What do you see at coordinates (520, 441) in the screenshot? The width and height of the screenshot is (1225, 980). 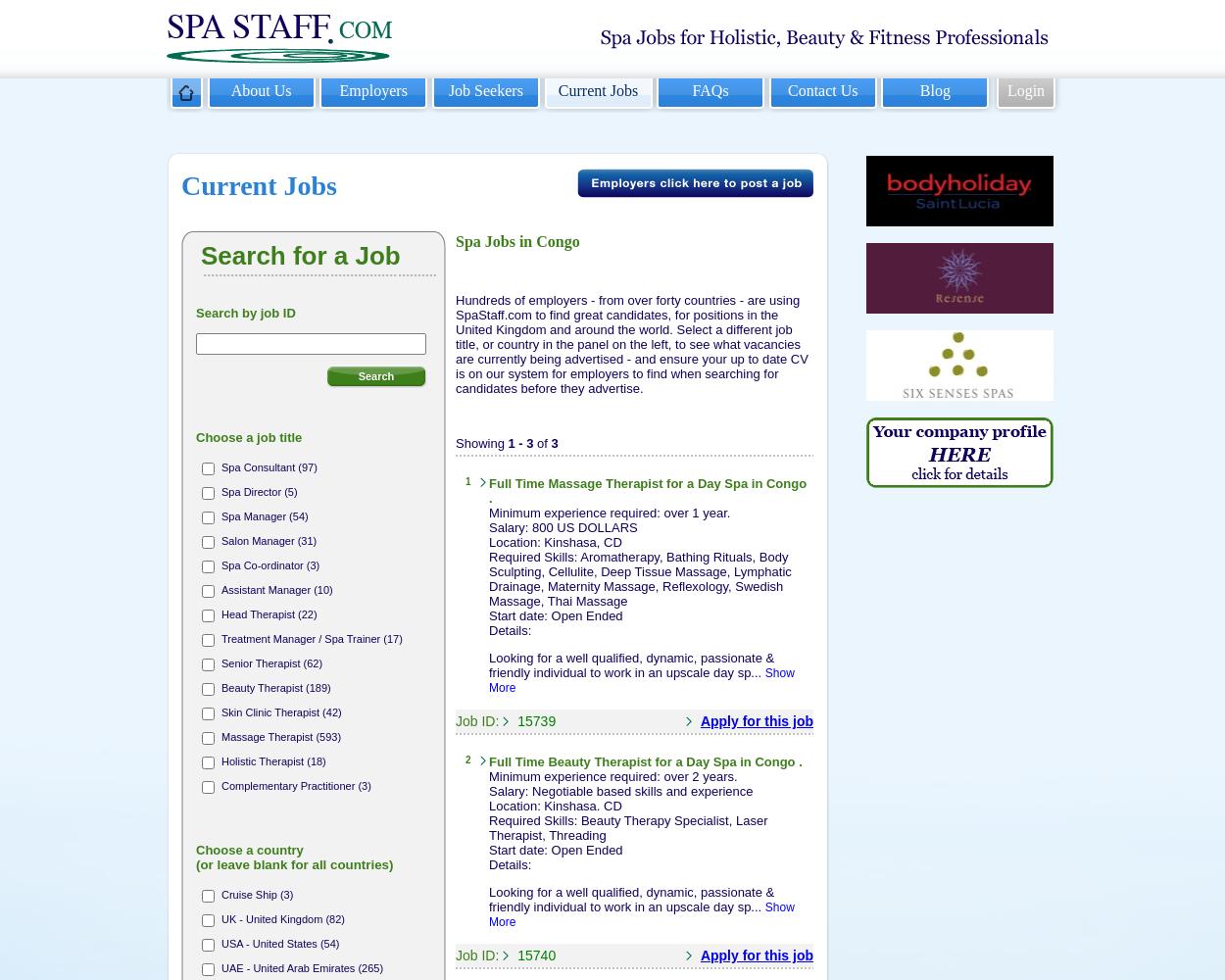 I see `'1 - 3'` at bounding box center [520, 441].